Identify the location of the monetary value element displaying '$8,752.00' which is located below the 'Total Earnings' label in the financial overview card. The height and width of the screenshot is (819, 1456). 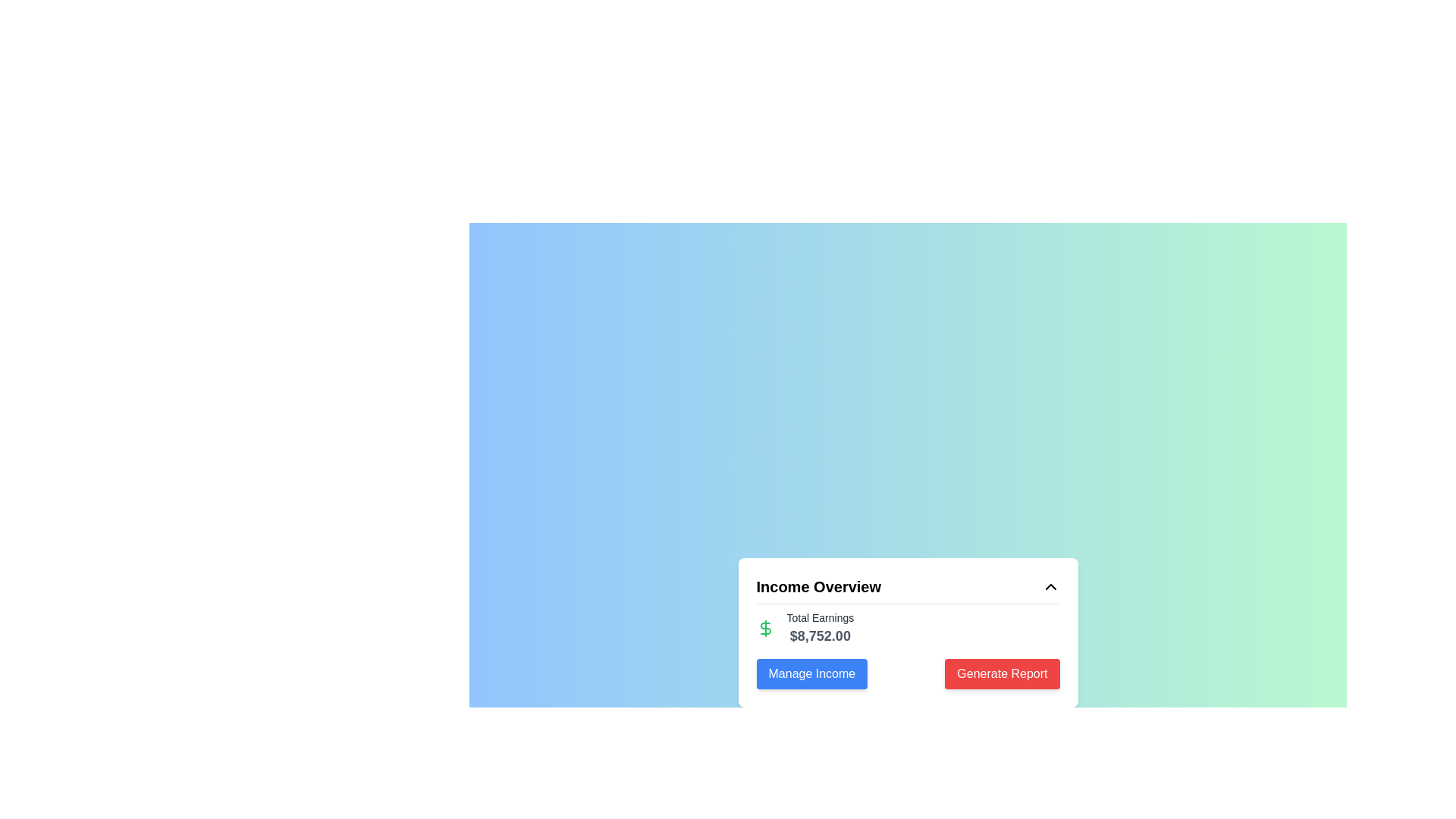
(819, 635).